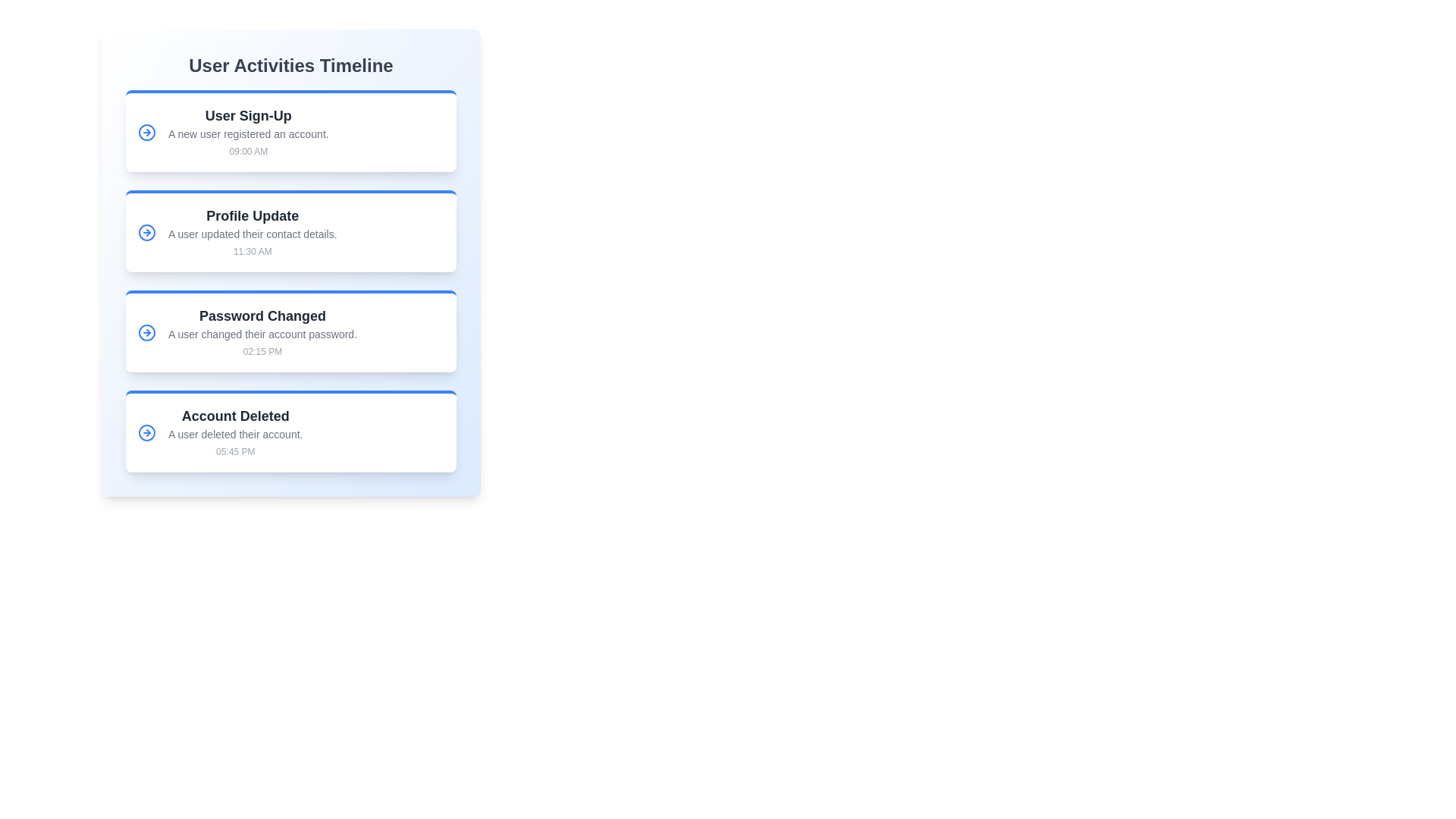 Image resolution: width=1456 pixels, height=819 pixels. Describe the element at coordinates (146, 131) in the screenshot. I see `the circular icon with a right-pointing arrow that is located to the left of the 'User Sign-Up' text, indicating it has interactive properties` at that location.